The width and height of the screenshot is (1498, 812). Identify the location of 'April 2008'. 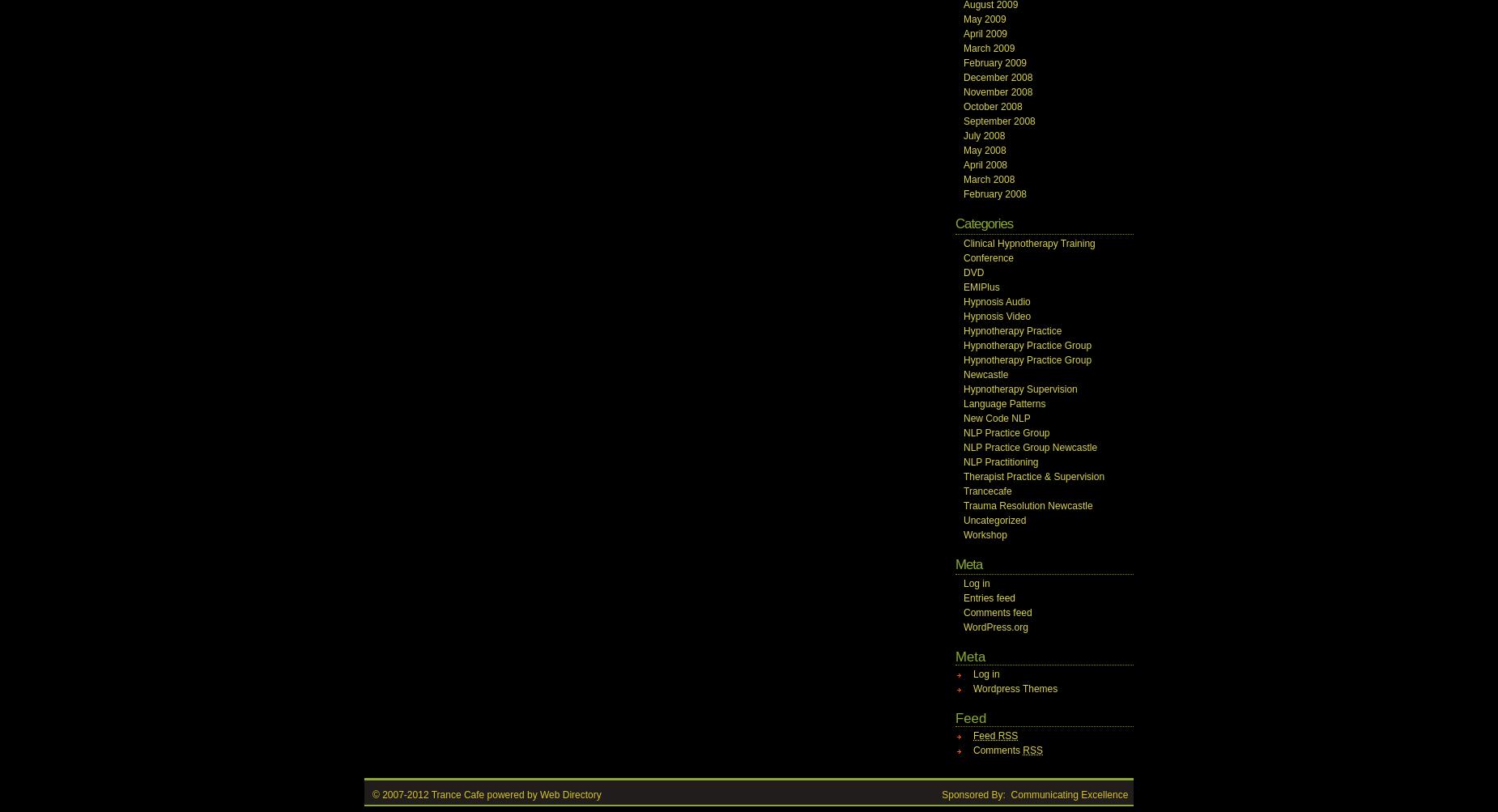
(962, 164).